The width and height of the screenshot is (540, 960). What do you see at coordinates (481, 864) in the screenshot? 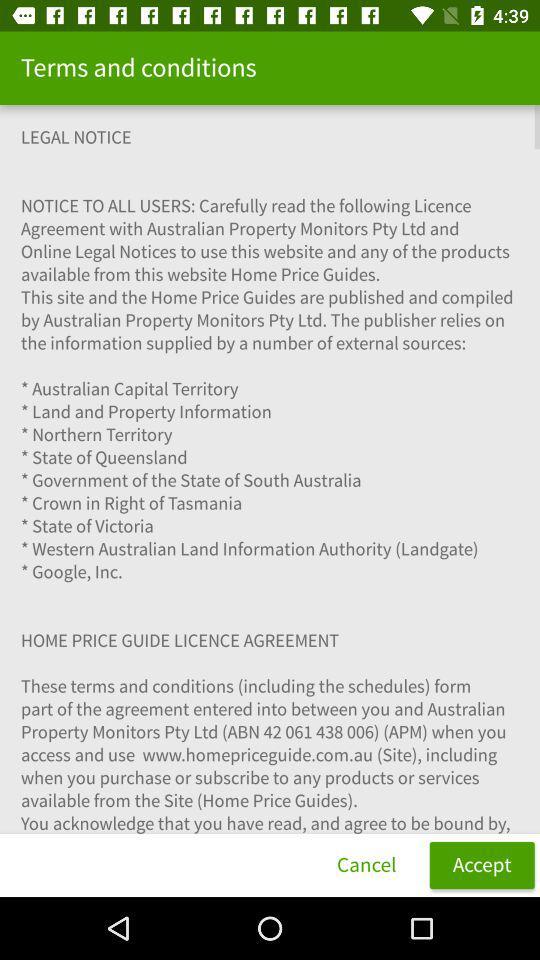
I see `item next to cancel icon` at bounding box center [481, 864].